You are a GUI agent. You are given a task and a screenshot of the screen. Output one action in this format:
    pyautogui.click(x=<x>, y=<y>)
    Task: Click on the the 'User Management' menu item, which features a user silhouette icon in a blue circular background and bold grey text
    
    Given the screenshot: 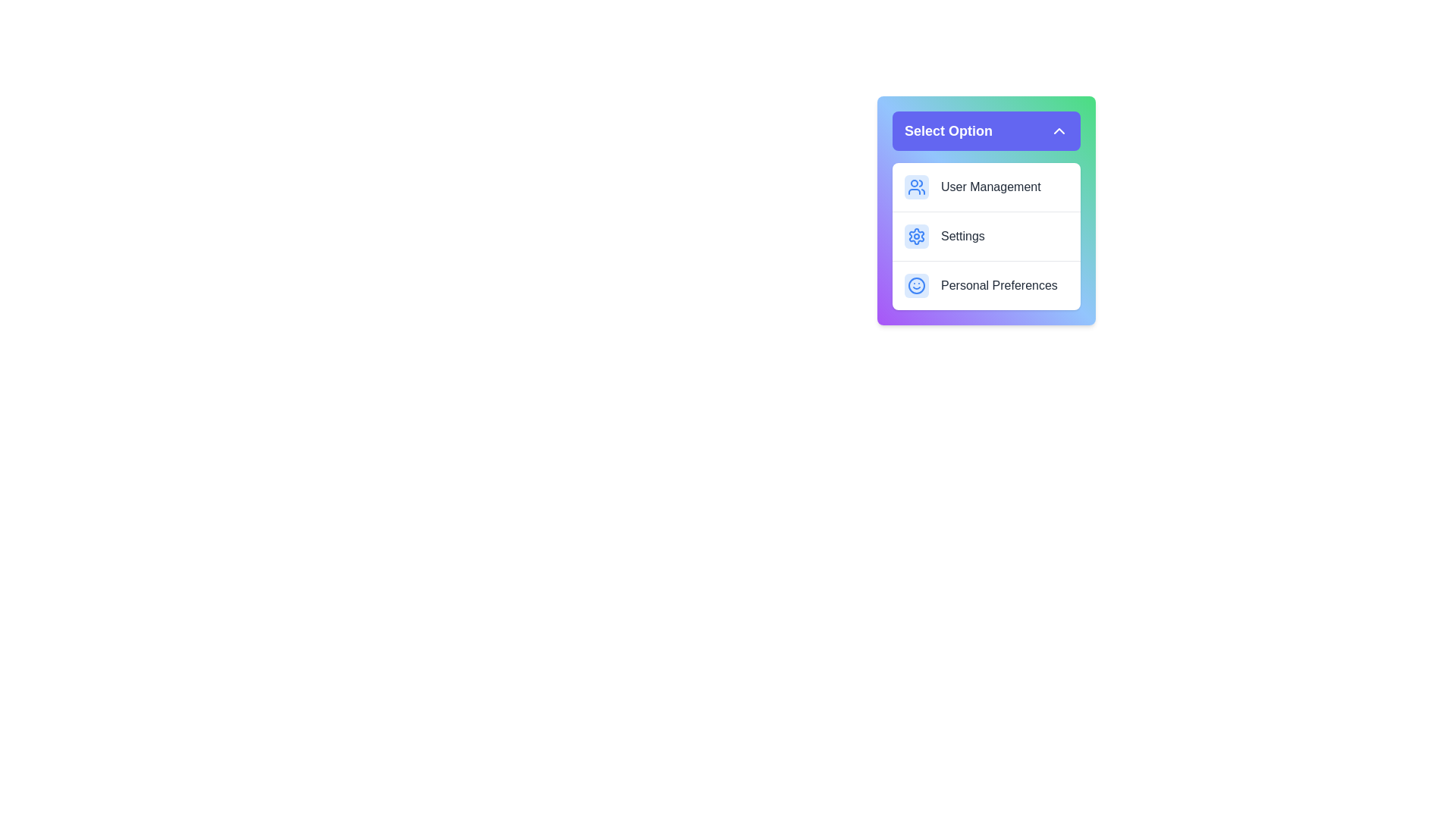 What is the action you would take?
    pyautogui.click(x=986, y=186)
    